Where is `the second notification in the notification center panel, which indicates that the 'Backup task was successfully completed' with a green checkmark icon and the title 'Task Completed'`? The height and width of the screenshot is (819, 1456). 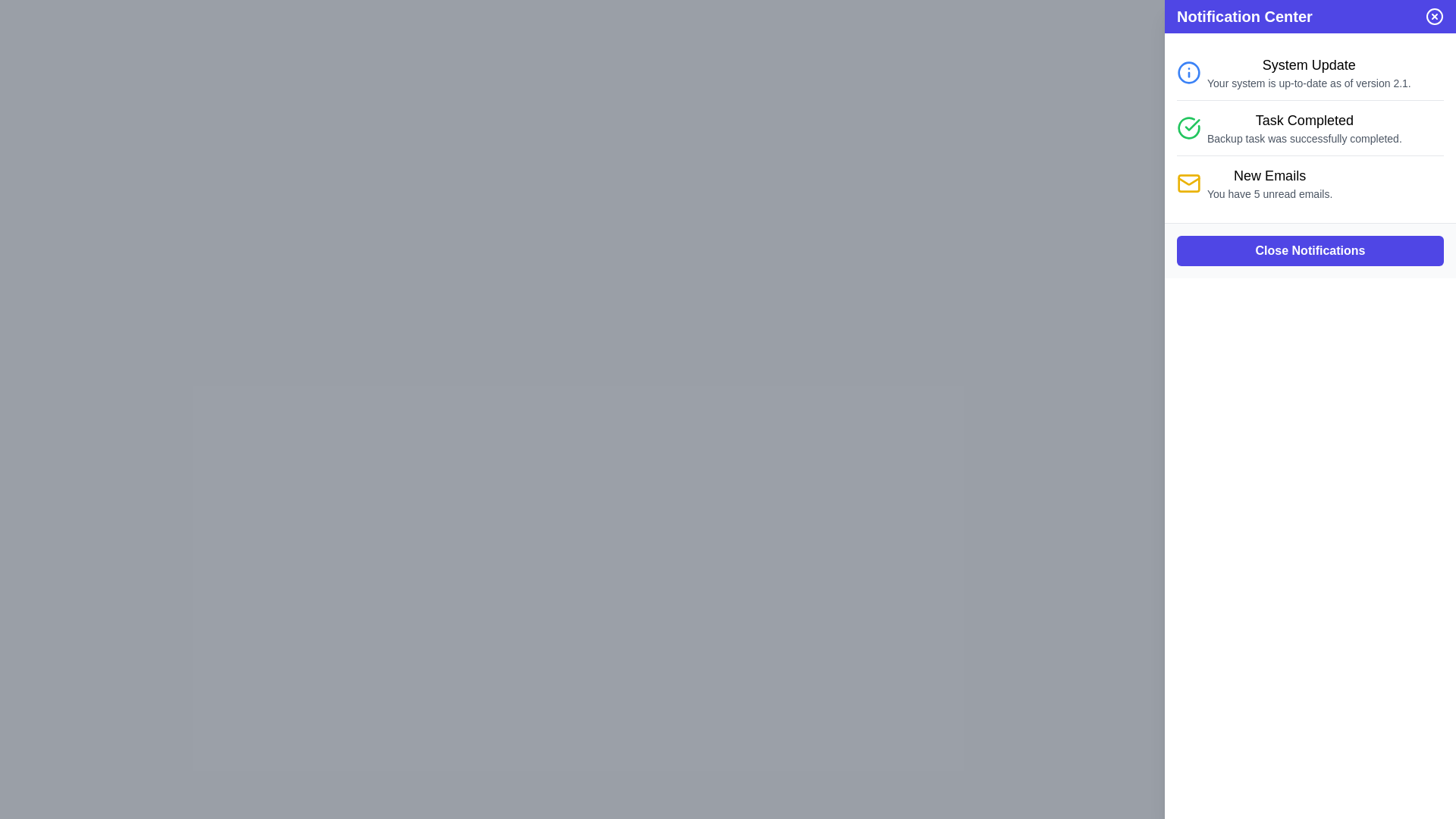 the second notification in the notification center panel, which indicates that the 'Backup task was successfully completed' with a green checkmark icon and the title 'Task Completed' is located at coordinates (1310, 127).